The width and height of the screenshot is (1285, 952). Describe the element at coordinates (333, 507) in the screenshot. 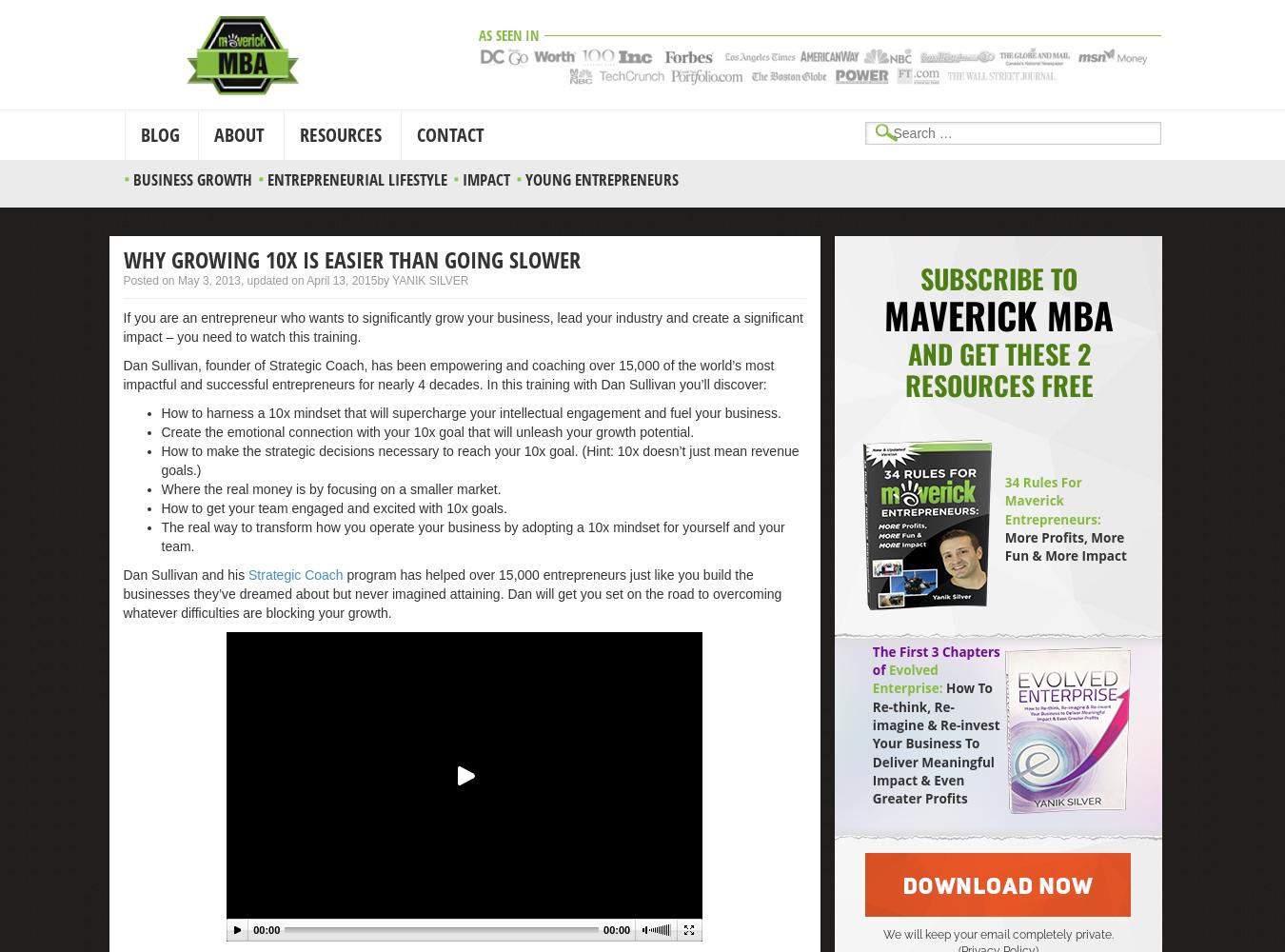

I see `'How to get your team engaged and excited with 10x goals.'` at that location.